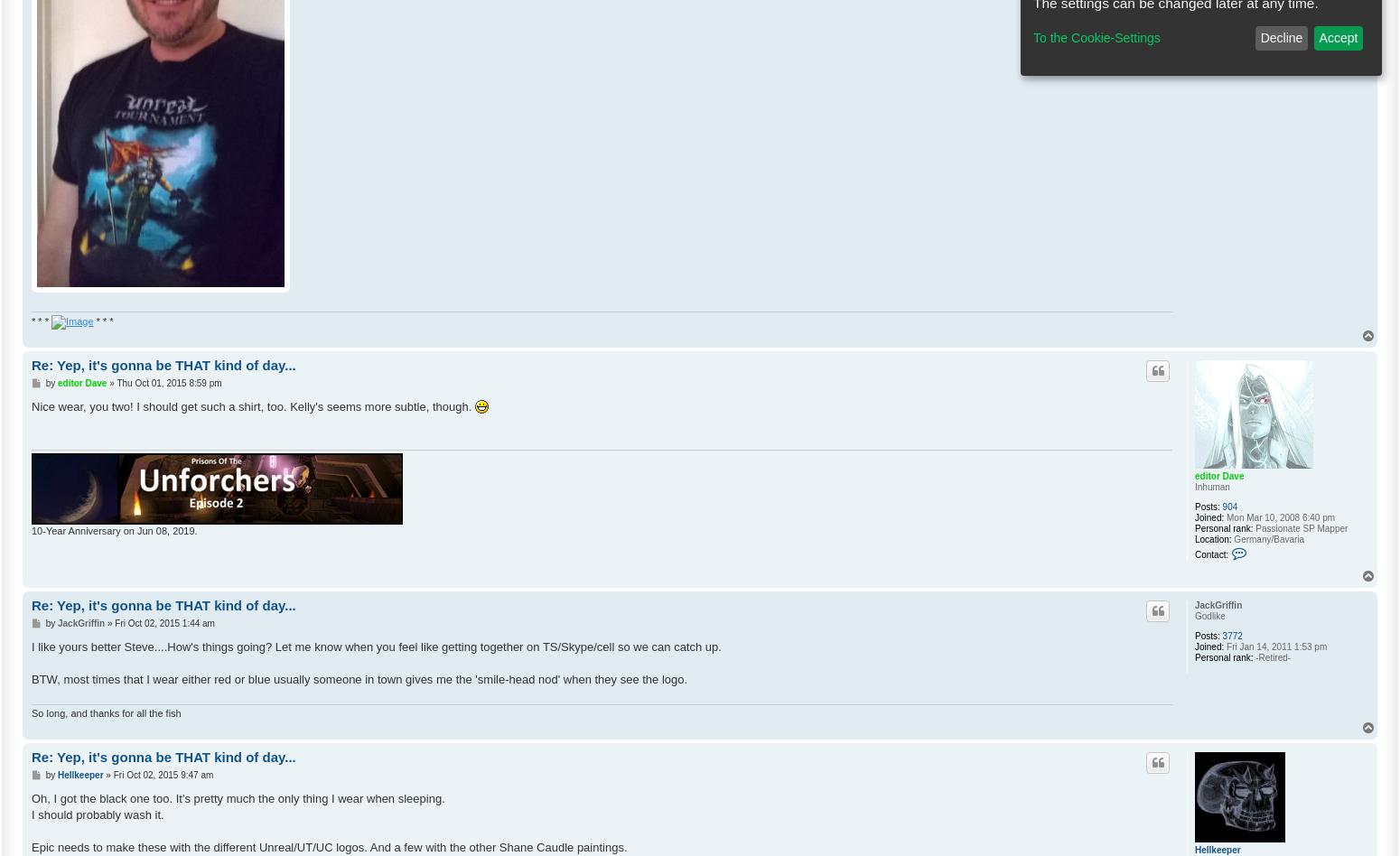  I want to click on 'Passionate SP Mapper', so click(1252, 527).